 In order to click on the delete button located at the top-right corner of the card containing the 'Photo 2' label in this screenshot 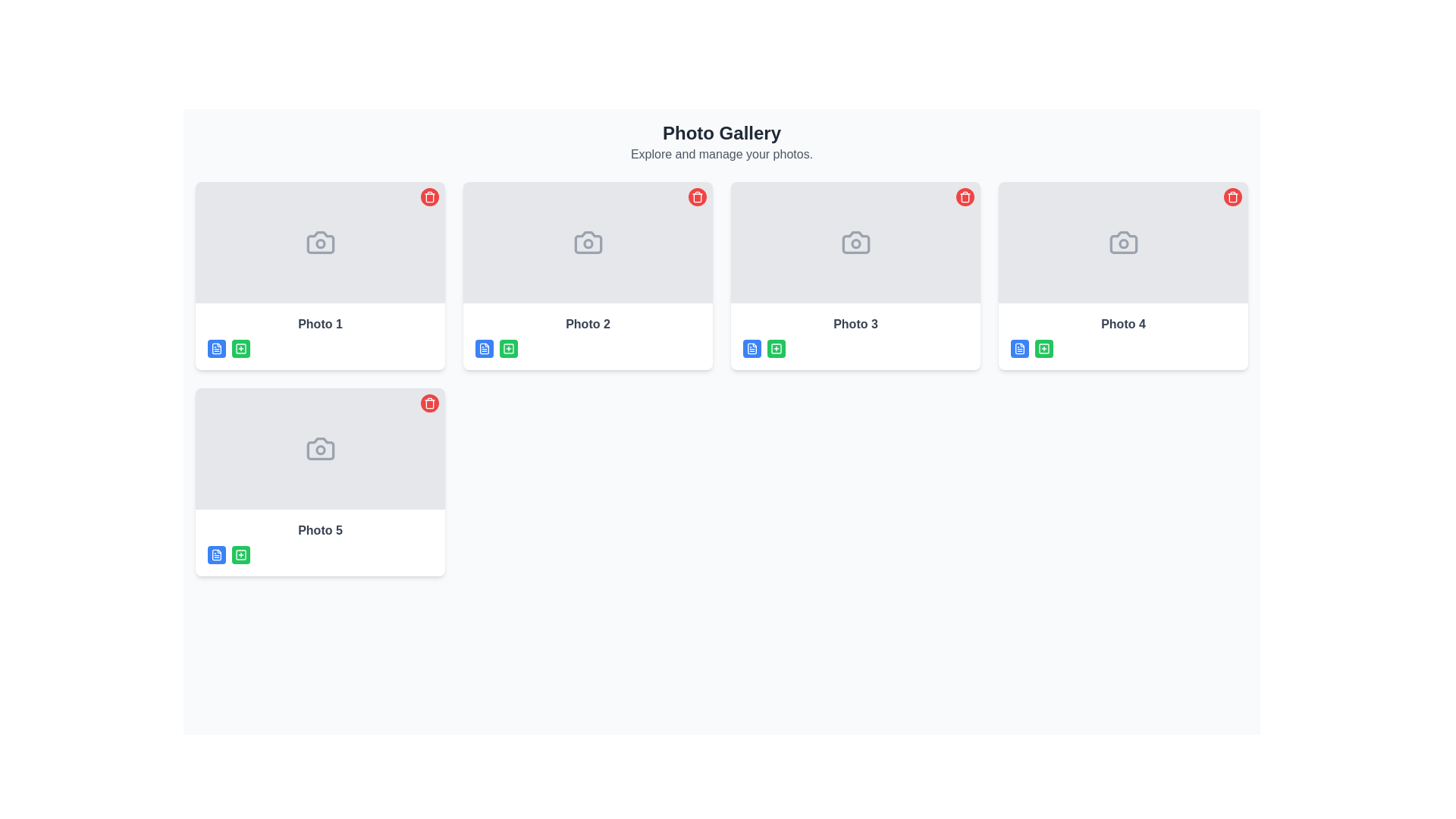, I will do `click(697, 196)`.